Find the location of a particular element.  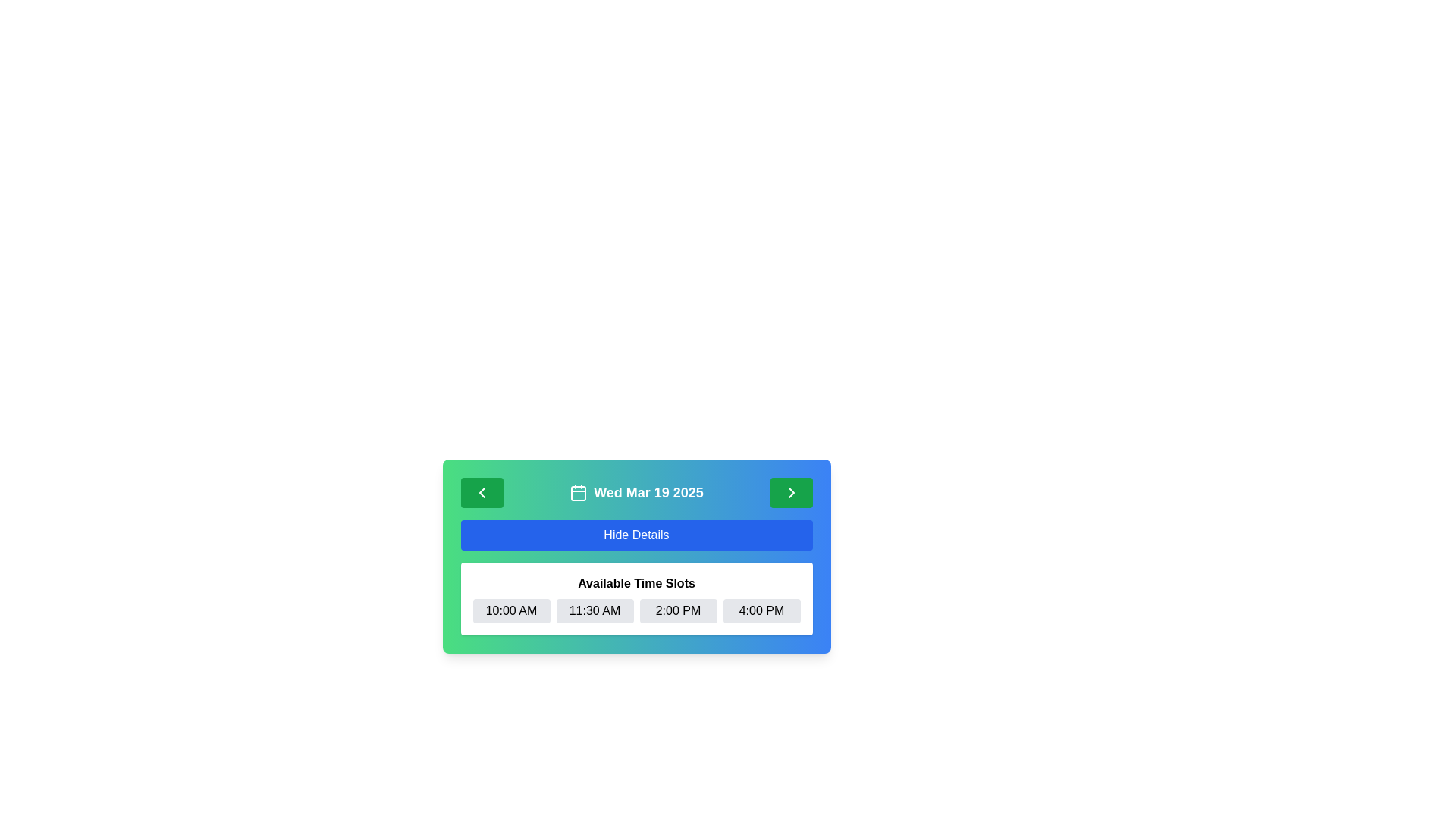

the pill-shaped button labeled '10:00 AM' with a gray background is located at coordinates (511, 610).